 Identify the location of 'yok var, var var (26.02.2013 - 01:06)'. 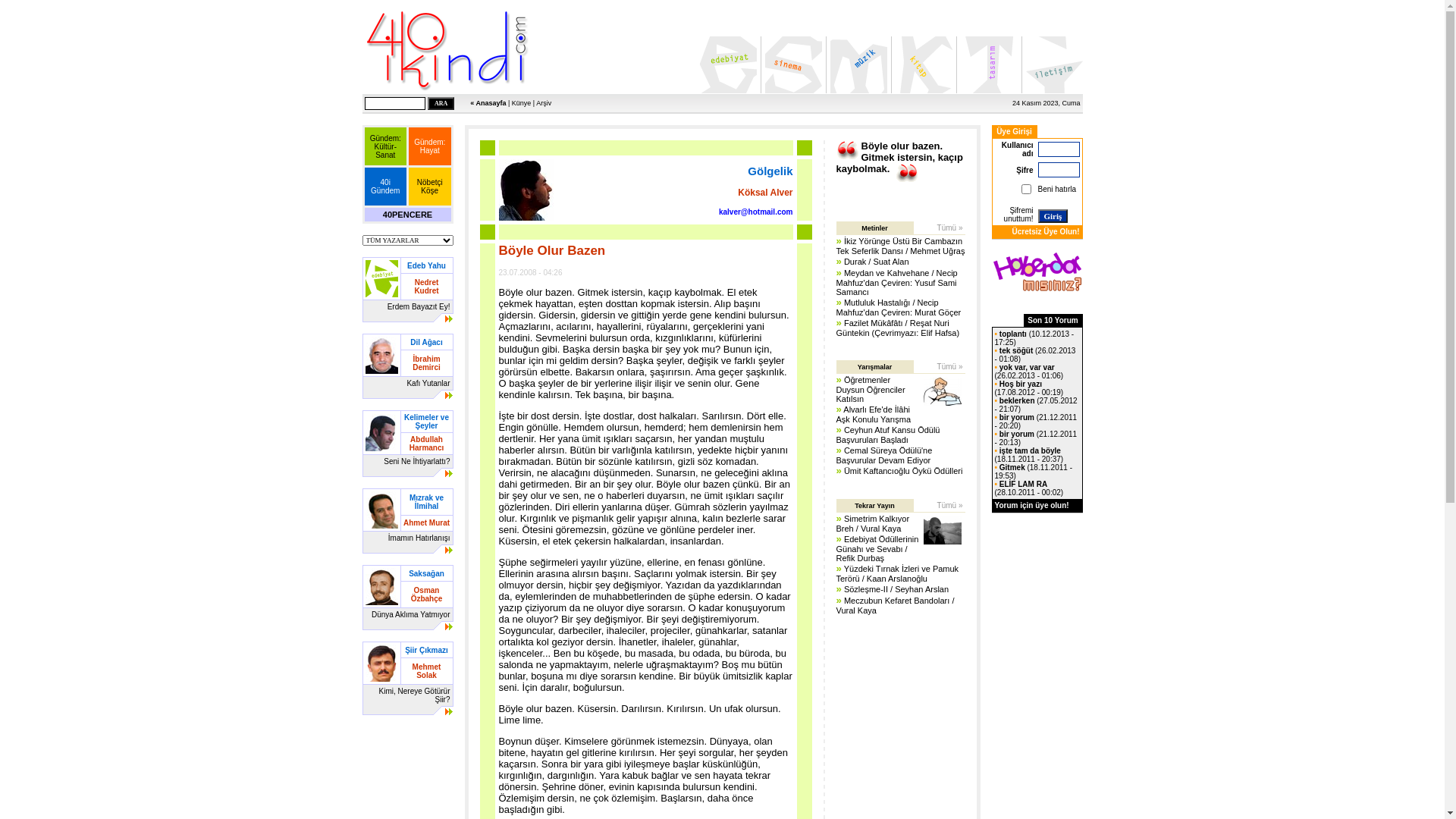
(994, 371).